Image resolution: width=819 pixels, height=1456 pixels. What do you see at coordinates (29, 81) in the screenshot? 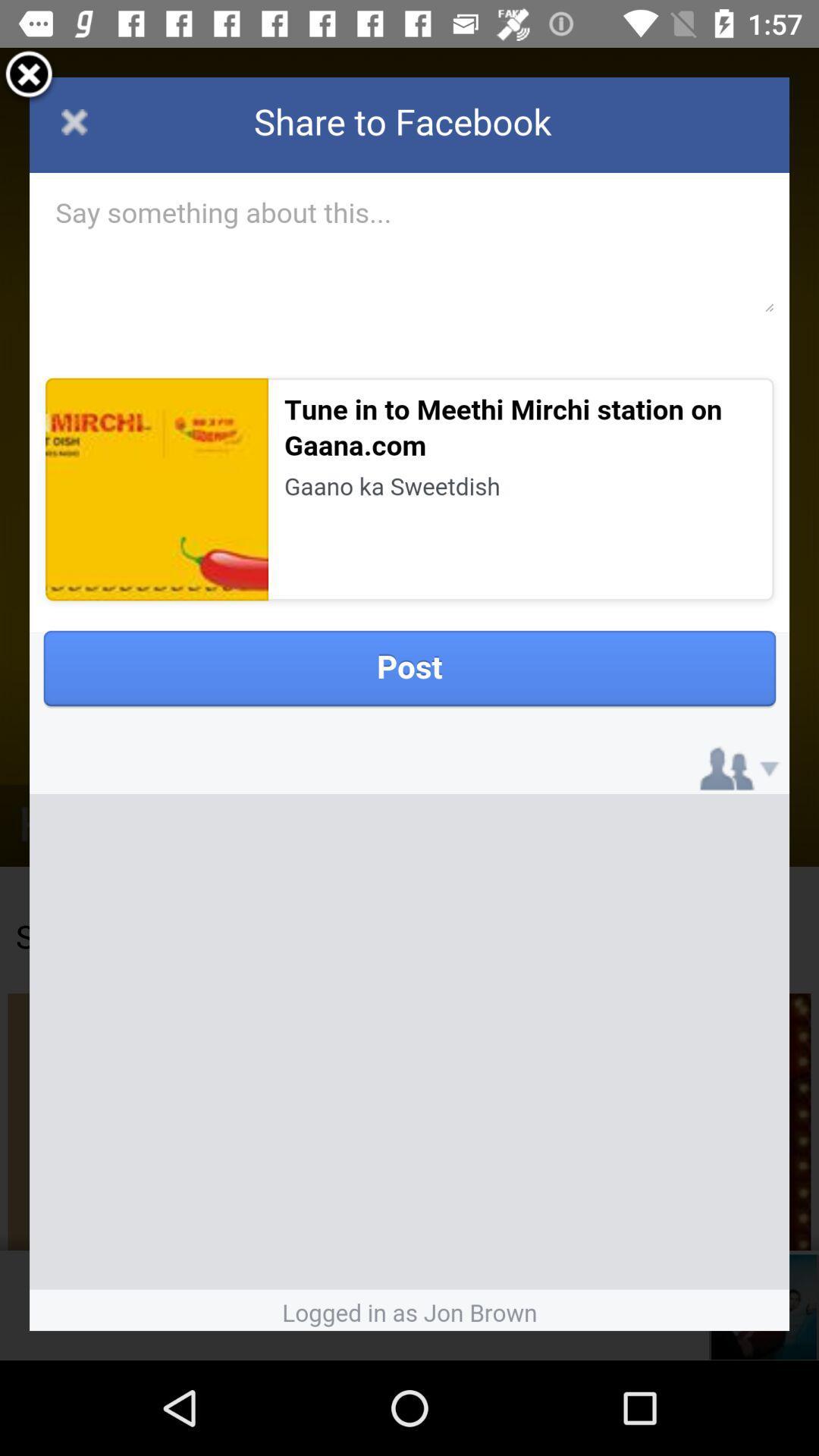
I see `the close icon` at bounding box center [29, 81].